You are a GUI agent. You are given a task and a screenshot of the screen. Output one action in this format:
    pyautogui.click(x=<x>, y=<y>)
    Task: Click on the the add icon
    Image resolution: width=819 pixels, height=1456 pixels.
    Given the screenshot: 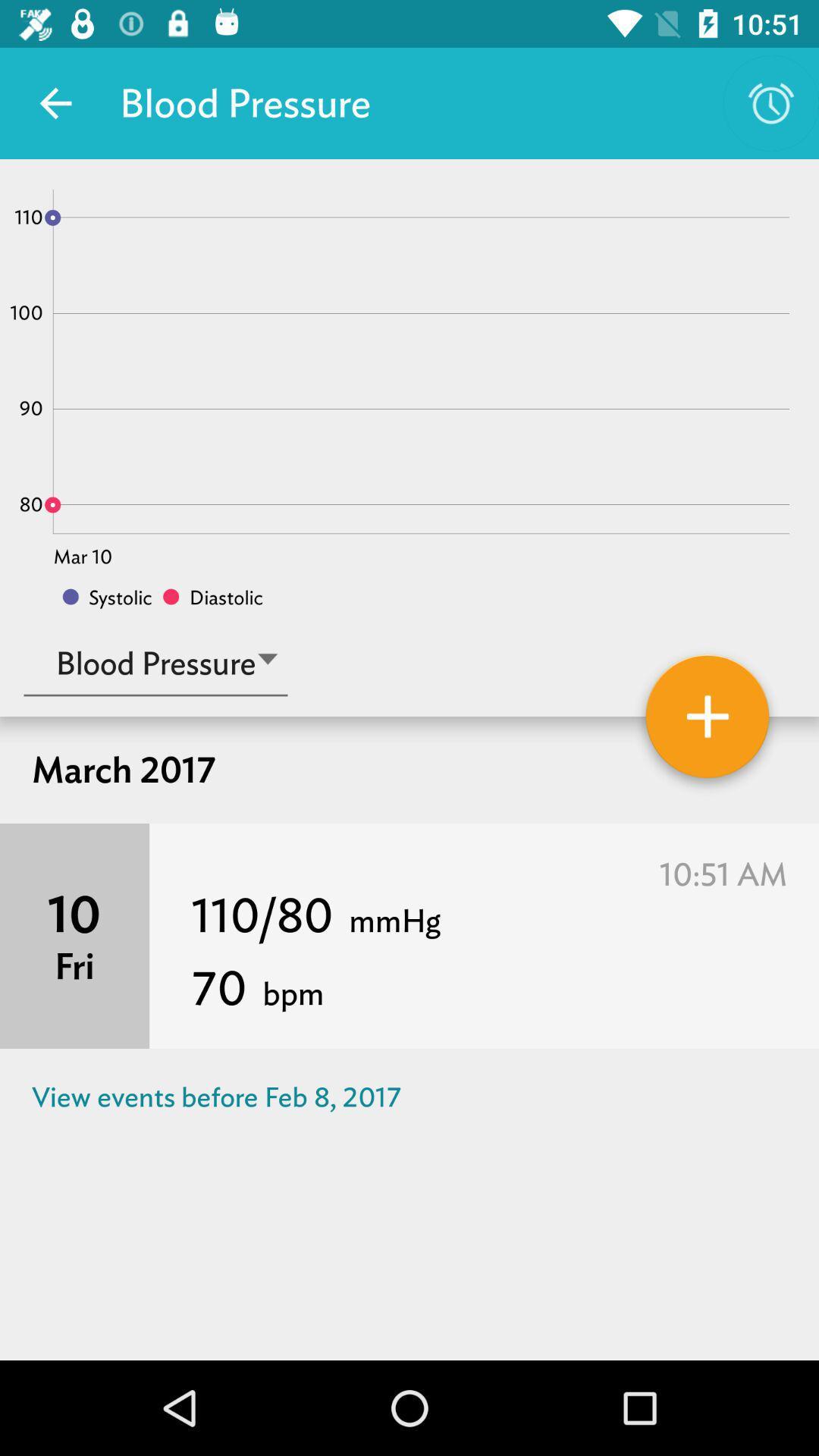 What is the action you would take?
    pyautogui.click(x=708, y=721)
    